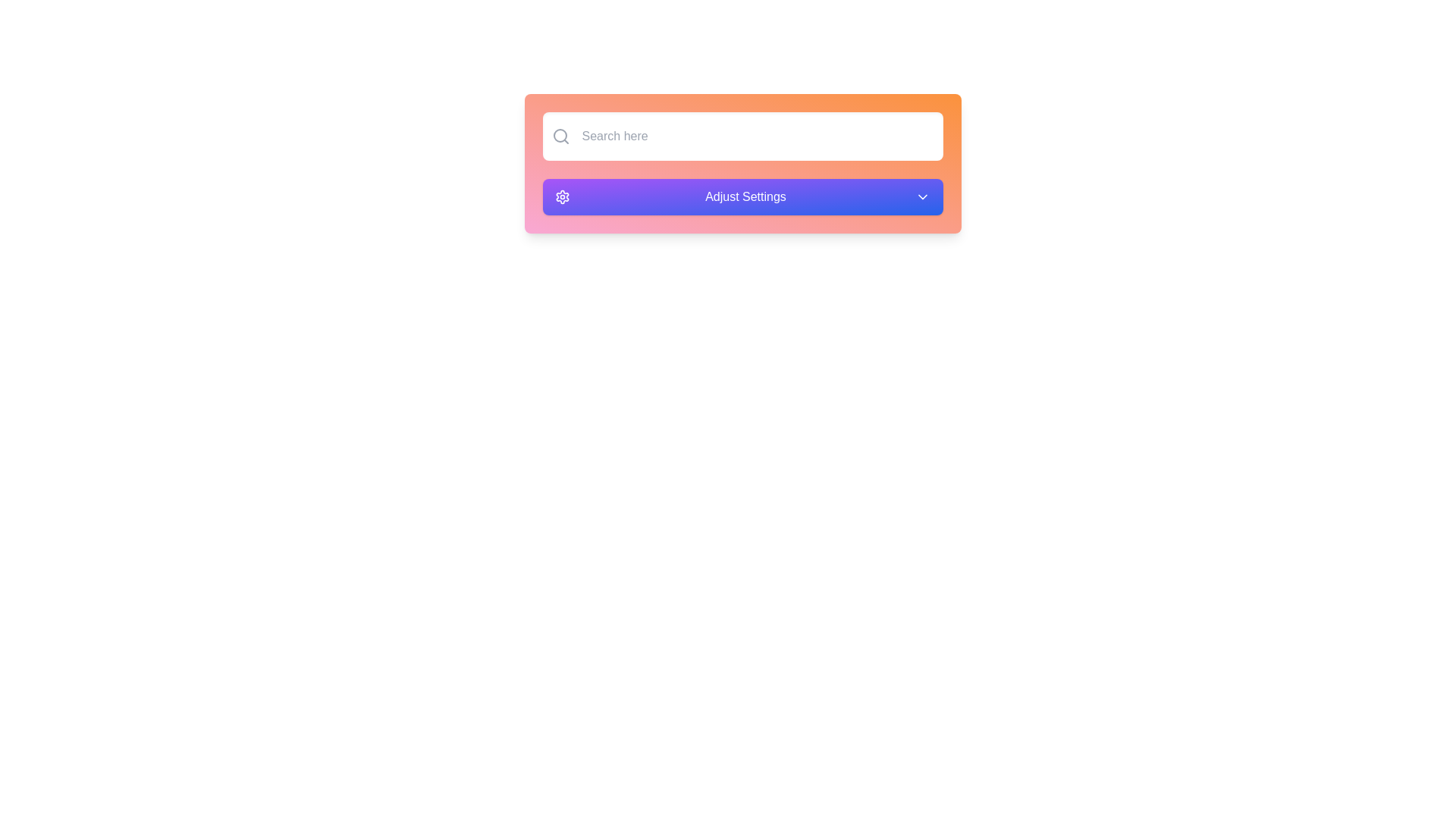 The height and width of the screenshot is (819, 1456). Describe the element at coordinates (559, 134) in the screenshot. I see `the graphic circle element that visually represents a magnifying glass within the search icon, which is positioned to the left of the 'Search here' input field` at that location.